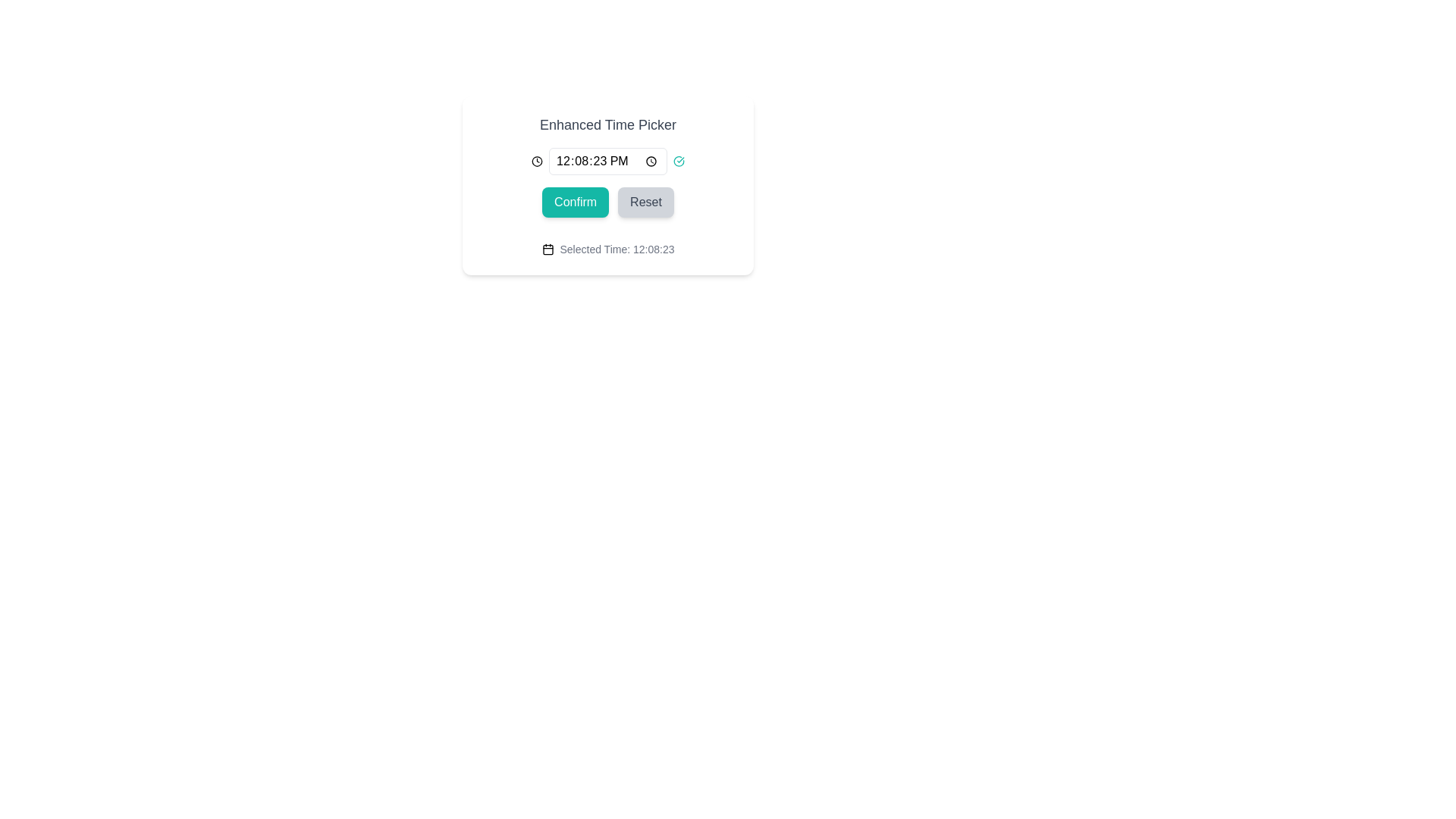 The image size is (1456, 819). I want to click on the 'Confirm' button with a teal background and white text to confirm the action, so click(575, 201).